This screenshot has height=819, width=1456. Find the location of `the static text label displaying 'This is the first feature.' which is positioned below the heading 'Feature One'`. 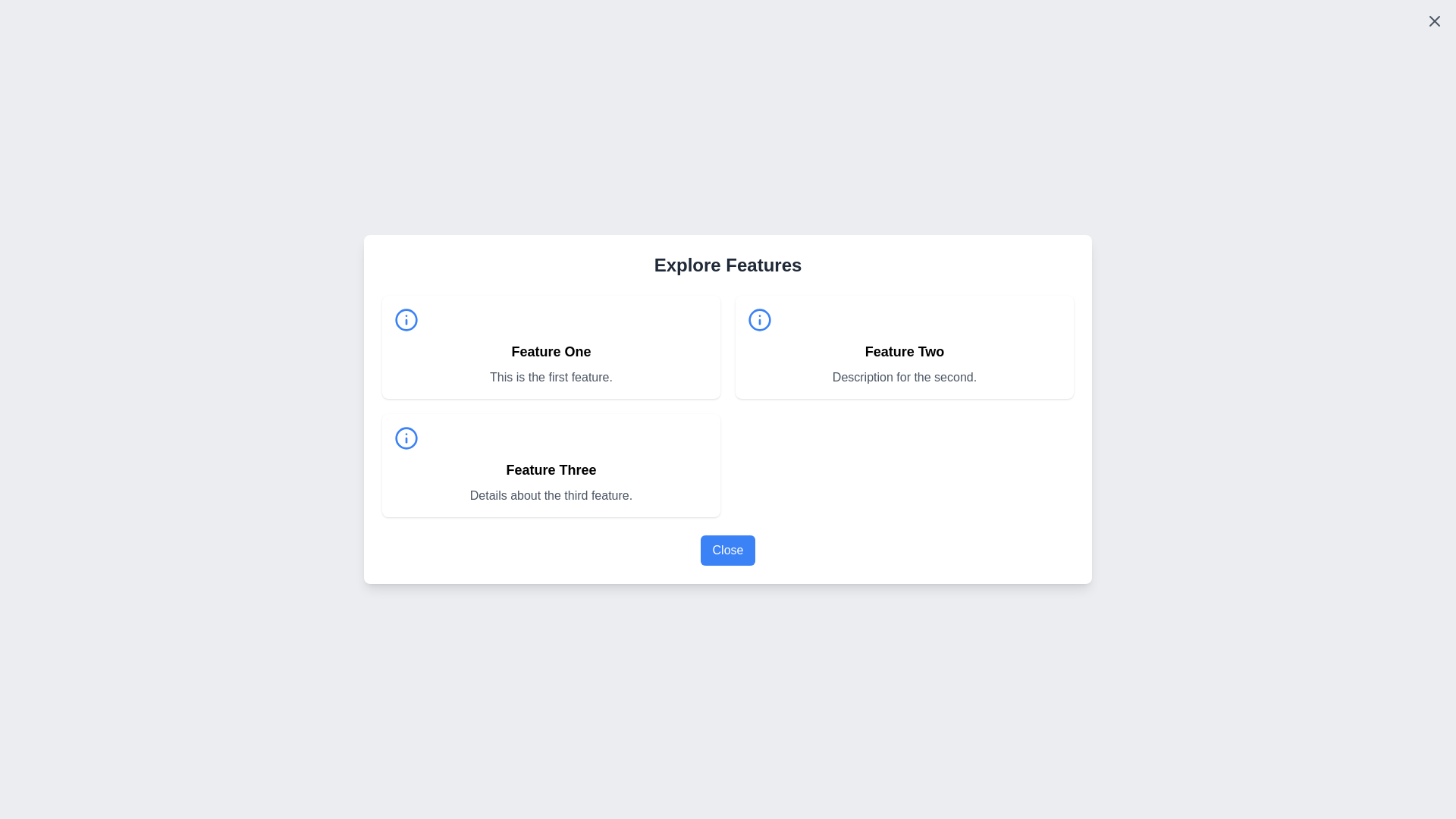

the static text label displaying 'This is the first feature.' which is positioned below the heading 'Feature One' is located at coordinates (550, 376).